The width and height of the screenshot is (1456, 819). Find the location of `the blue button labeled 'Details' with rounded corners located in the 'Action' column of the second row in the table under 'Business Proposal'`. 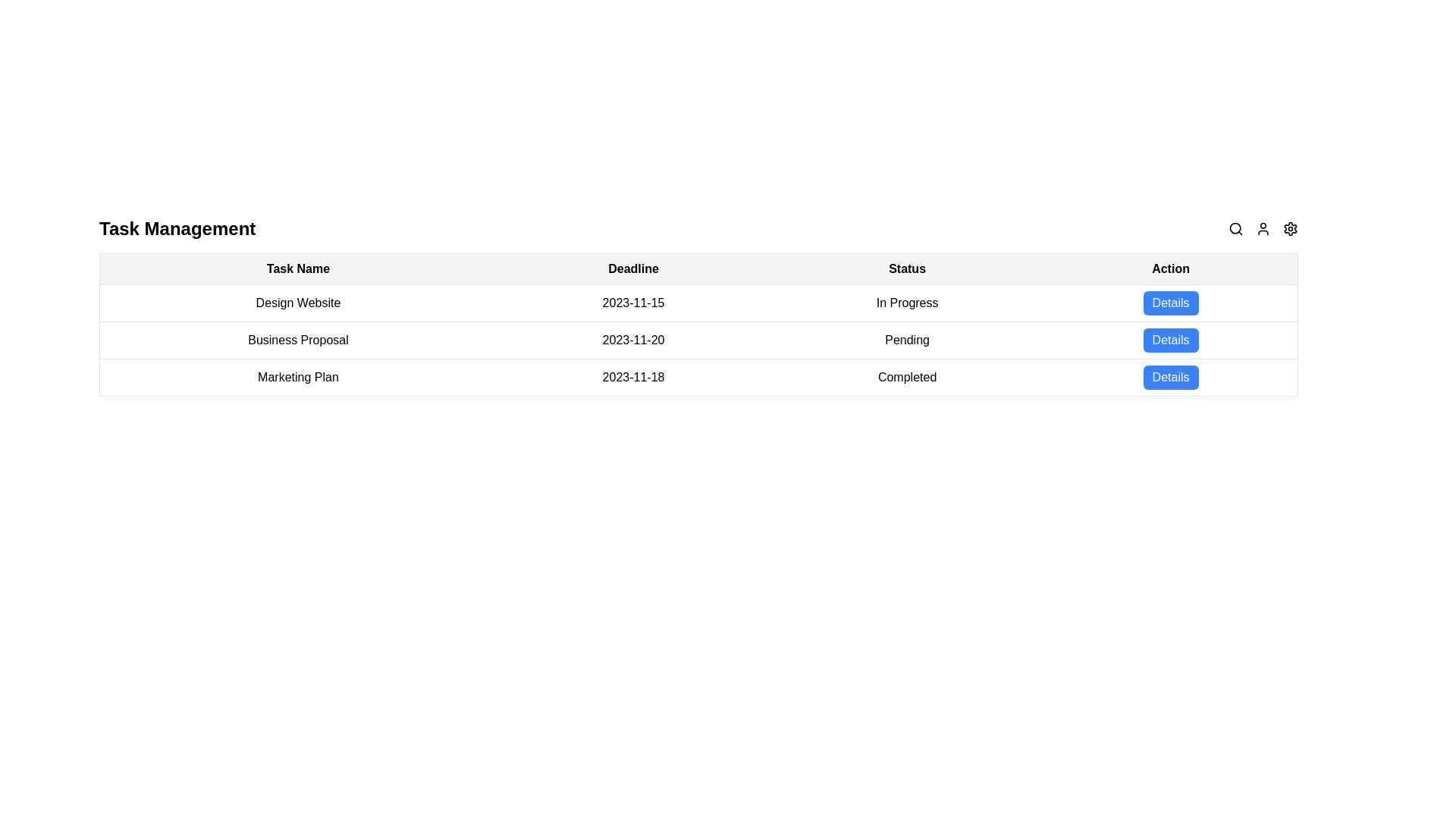

the blue button labeled 'Details' with rounded corners located in the 'Action' column of the second row in the table under 'Business Proposal' is located at coordinates (1170, 339).